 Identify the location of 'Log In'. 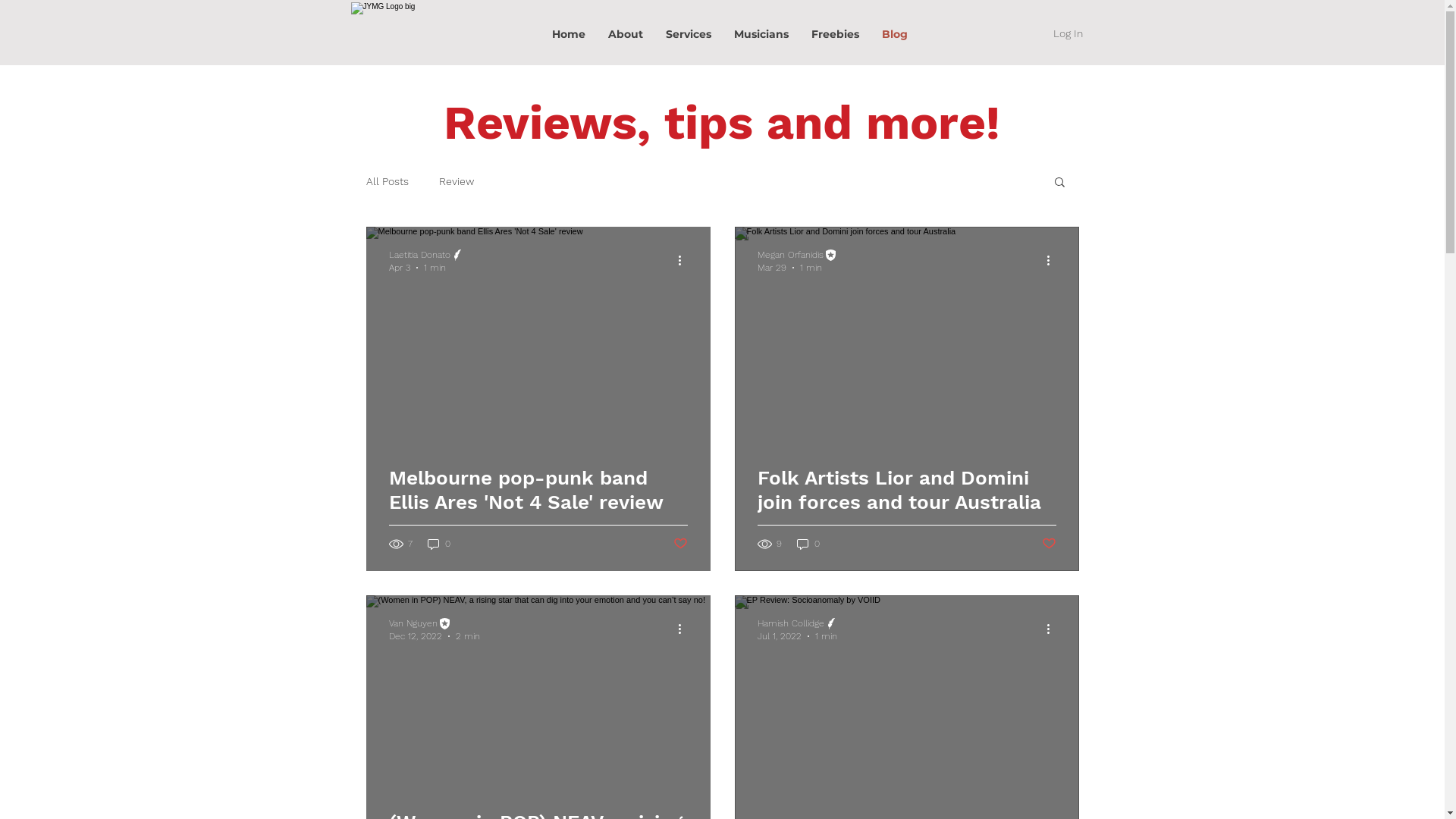
(1066, 34).